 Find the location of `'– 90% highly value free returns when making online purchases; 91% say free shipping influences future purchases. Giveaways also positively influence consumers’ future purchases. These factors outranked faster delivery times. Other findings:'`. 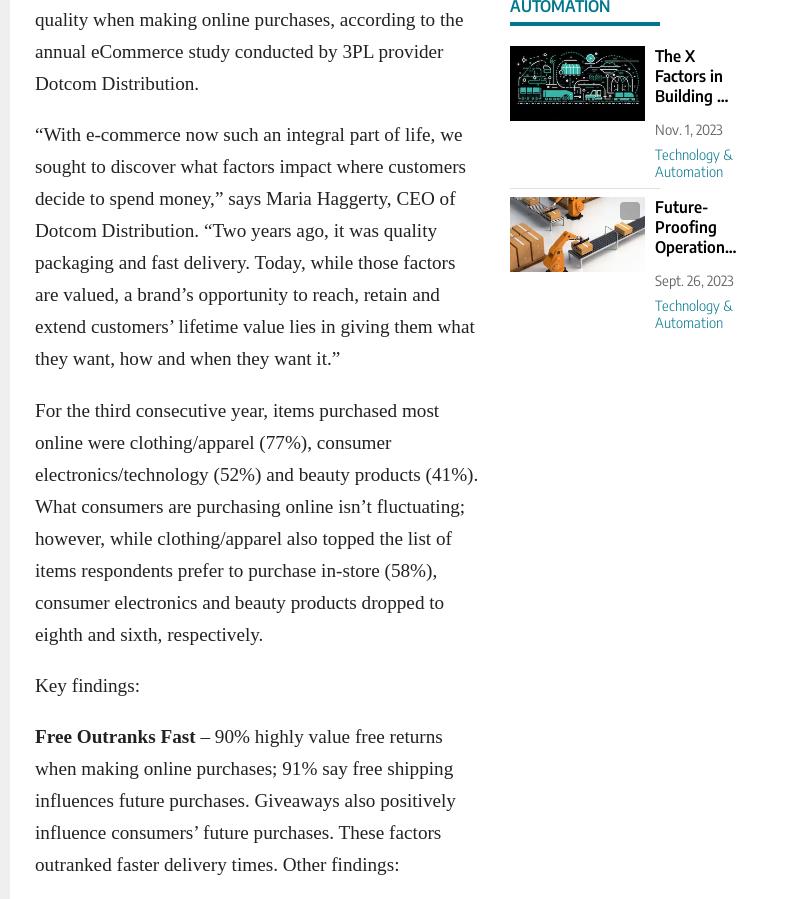

'– 90% highly value free returns when making online purchases; 91% say free shipping influences future purchases. Giveaways also positively influence consumers’ future purchases. These factors outranked faster delivery times. Other findings:' is located at coordinates (244, 800).